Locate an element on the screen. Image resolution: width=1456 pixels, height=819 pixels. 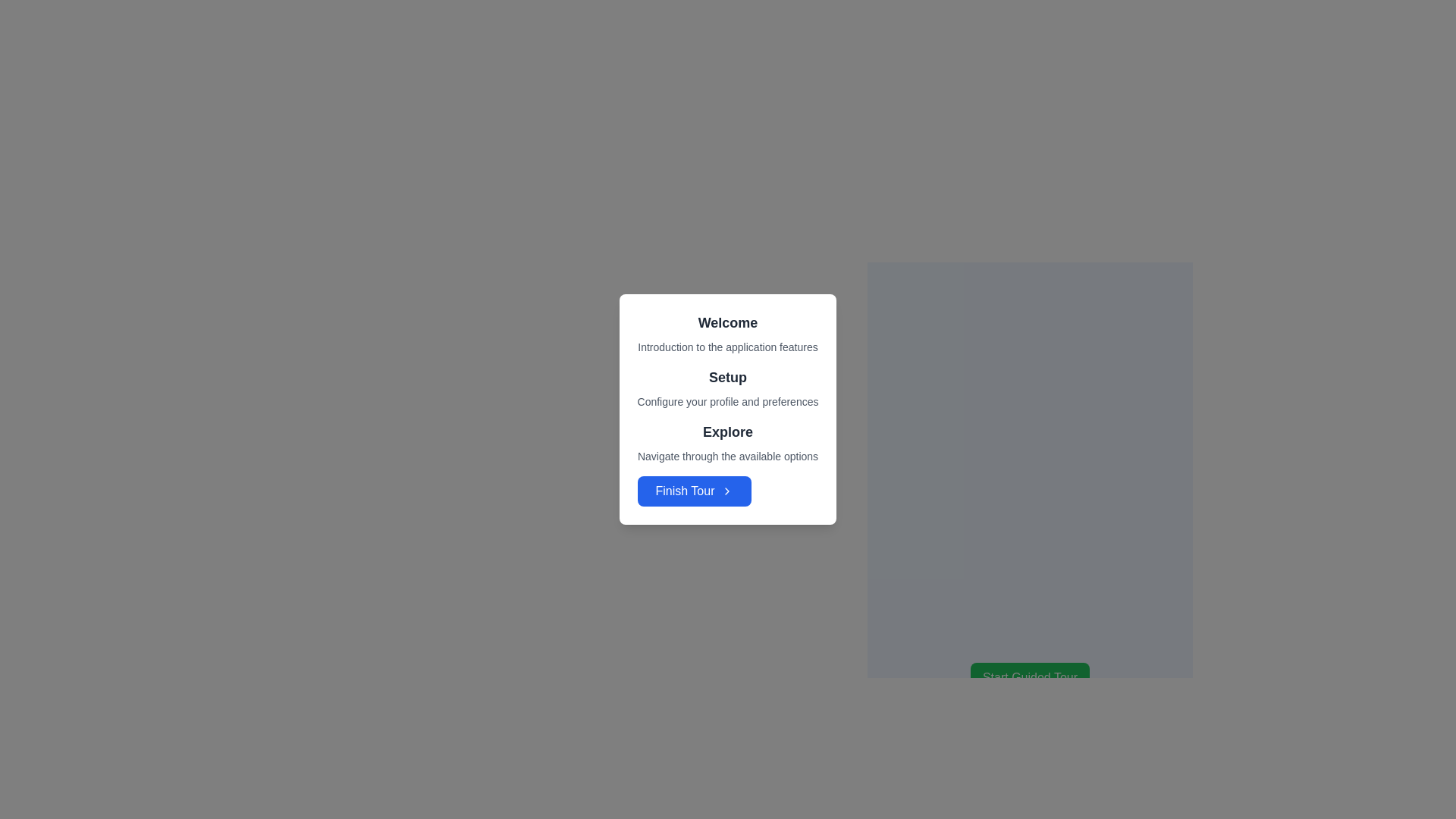
the descriptive text label that provides guidance about the 'Setup' section, located beneath the 'Setup' heading in a card-like interface is located at coordinates (728, 400).